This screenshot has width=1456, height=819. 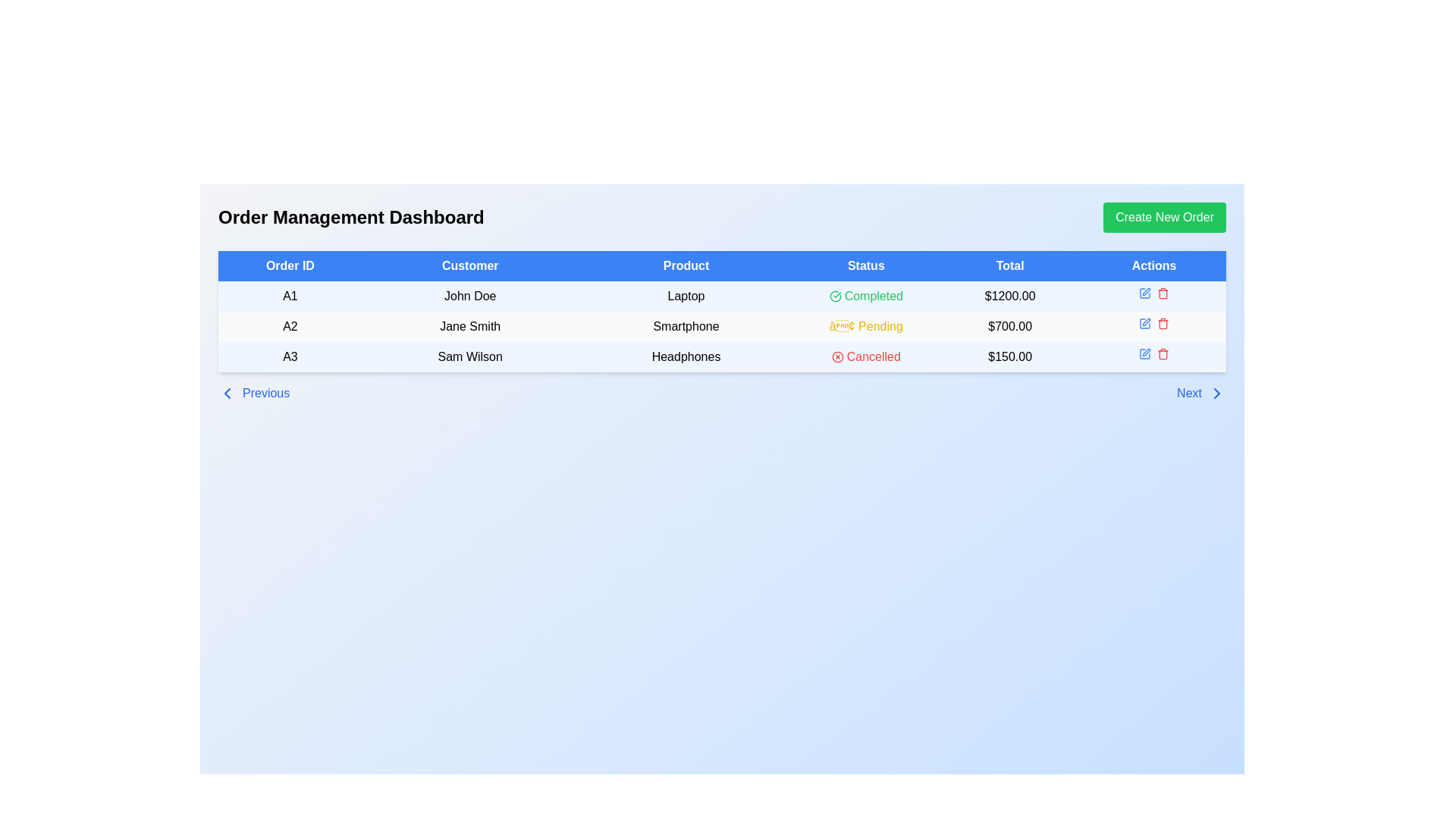 I want to click on the 'Edit' icon button located in the 'Actions' column of the row for 'Jane Smith', so click(x=1147, y=321).